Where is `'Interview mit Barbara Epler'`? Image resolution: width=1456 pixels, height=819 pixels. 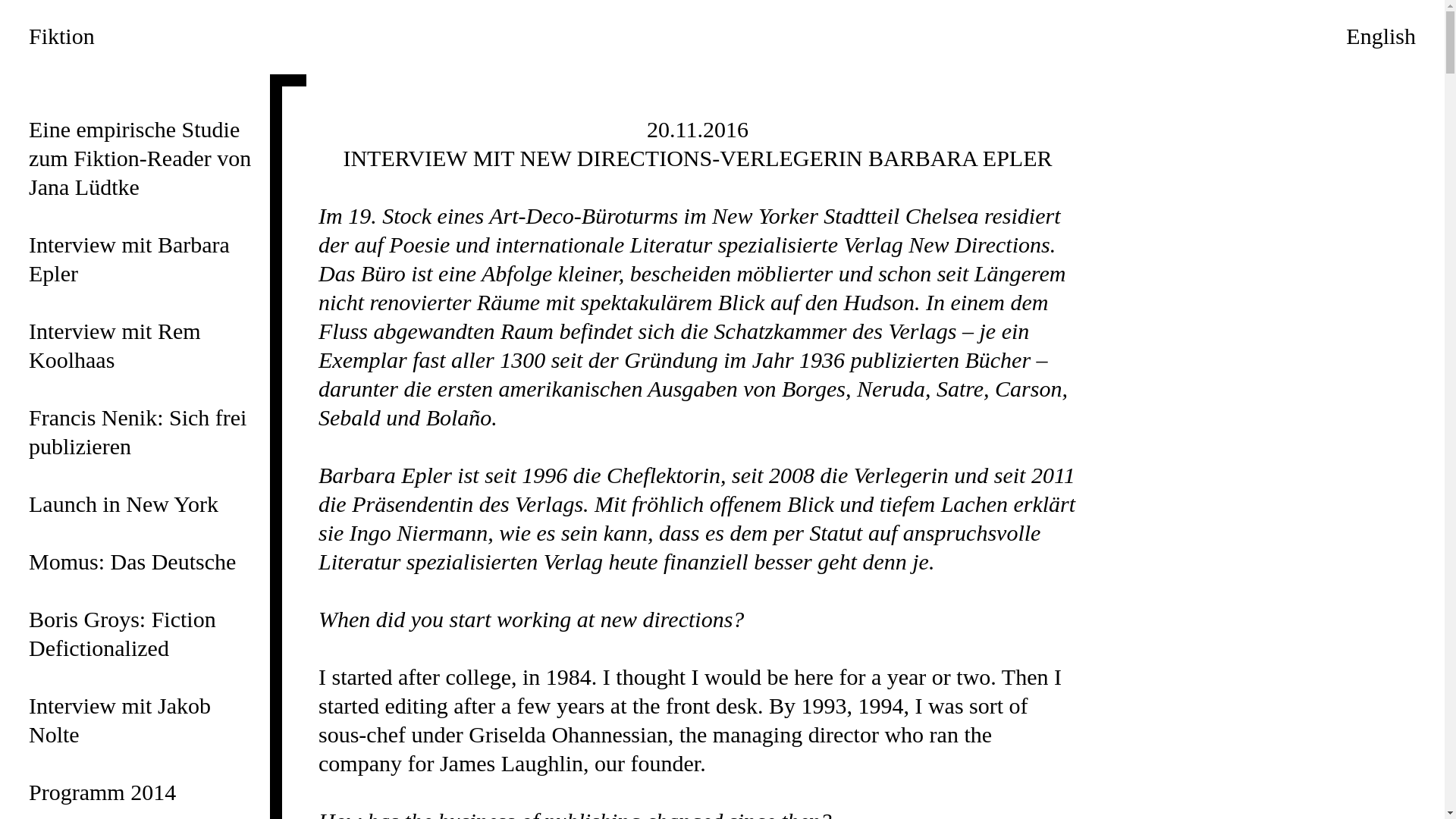
'Interview mit Barbara Epler' is located at coordinates (129, 258).